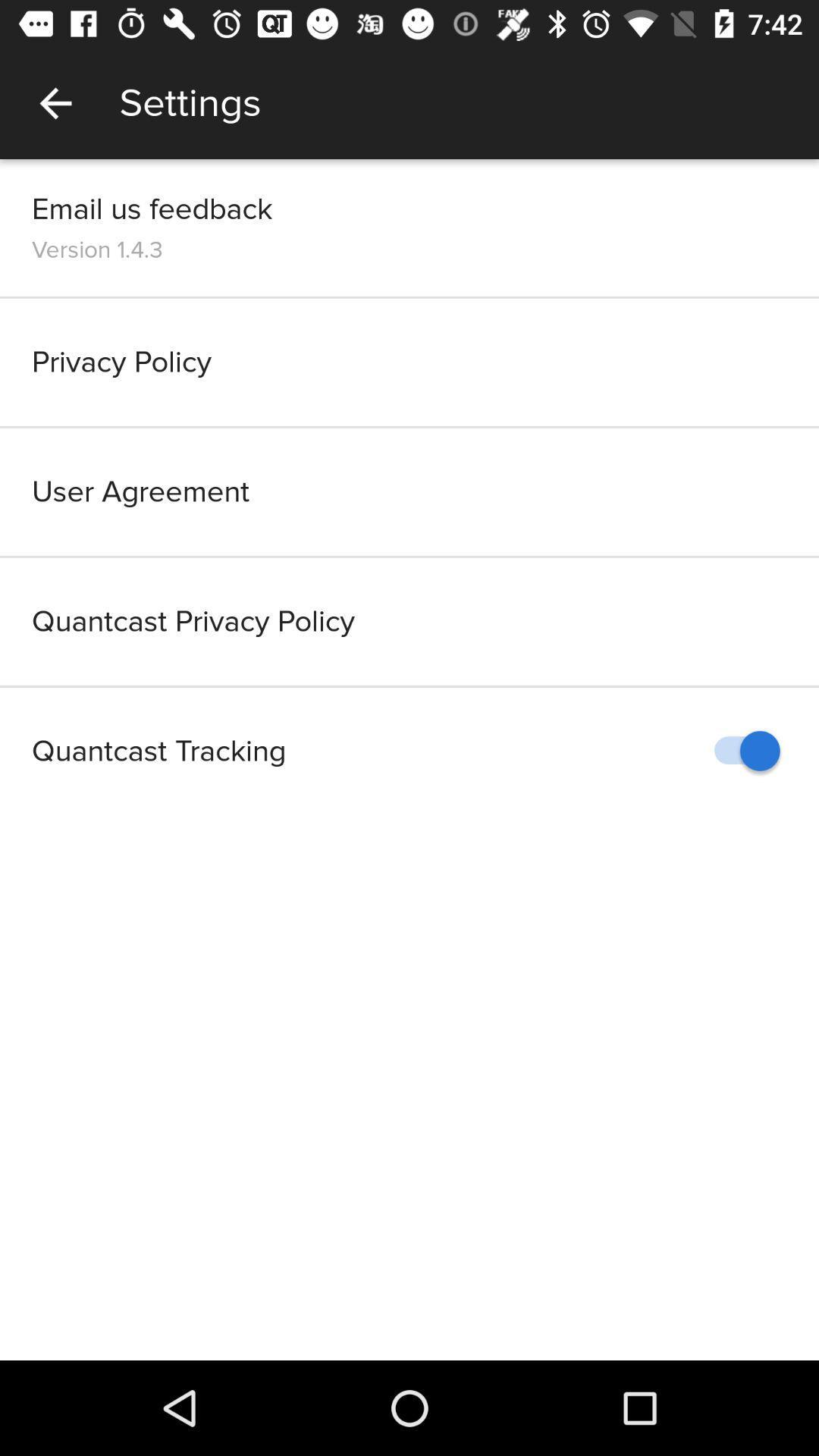 The image size is (819, 1456). I want to click on icon above the quantcast privacy policy icon, so click(409, 491).